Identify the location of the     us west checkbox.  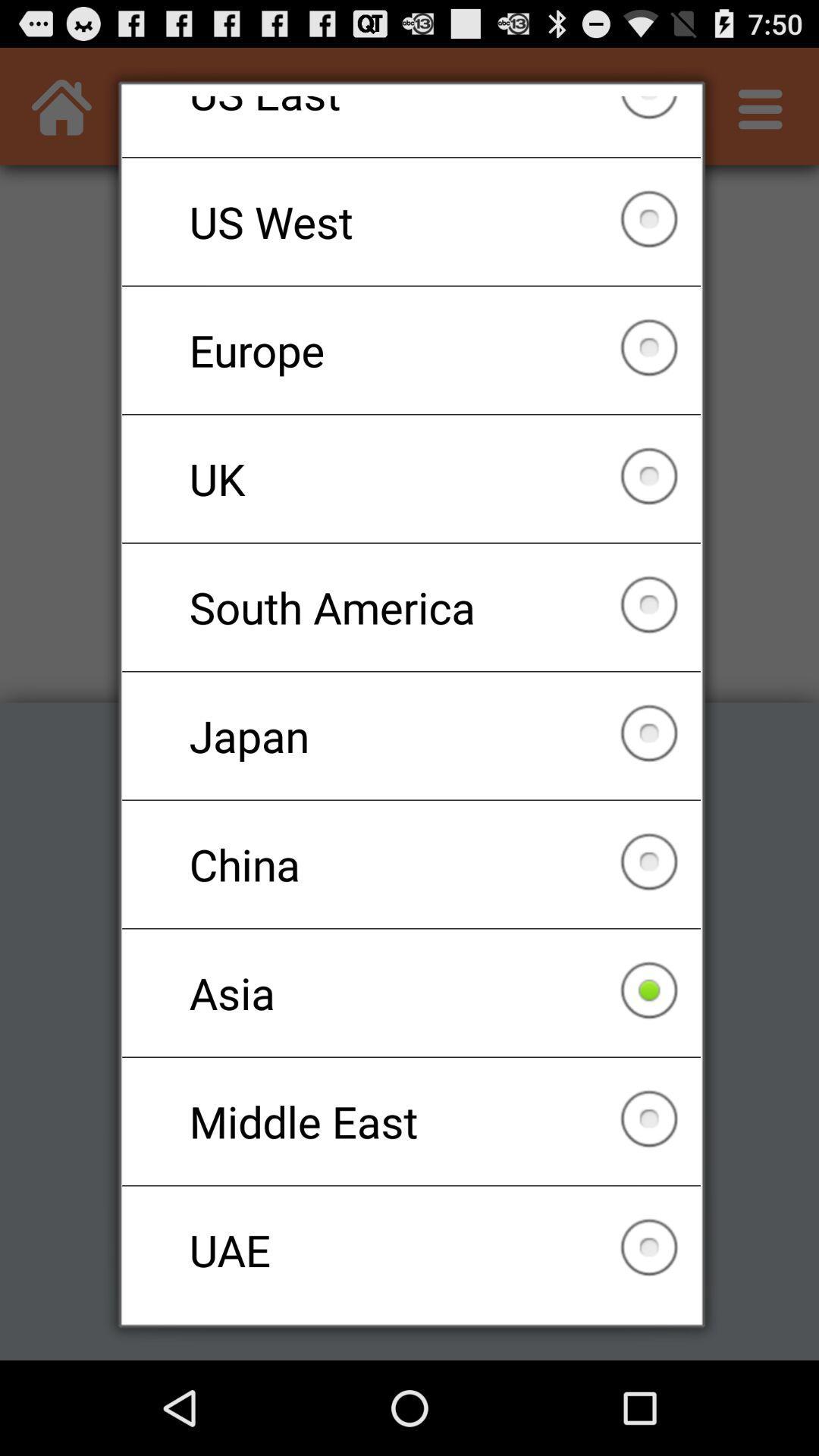
(411, 221).